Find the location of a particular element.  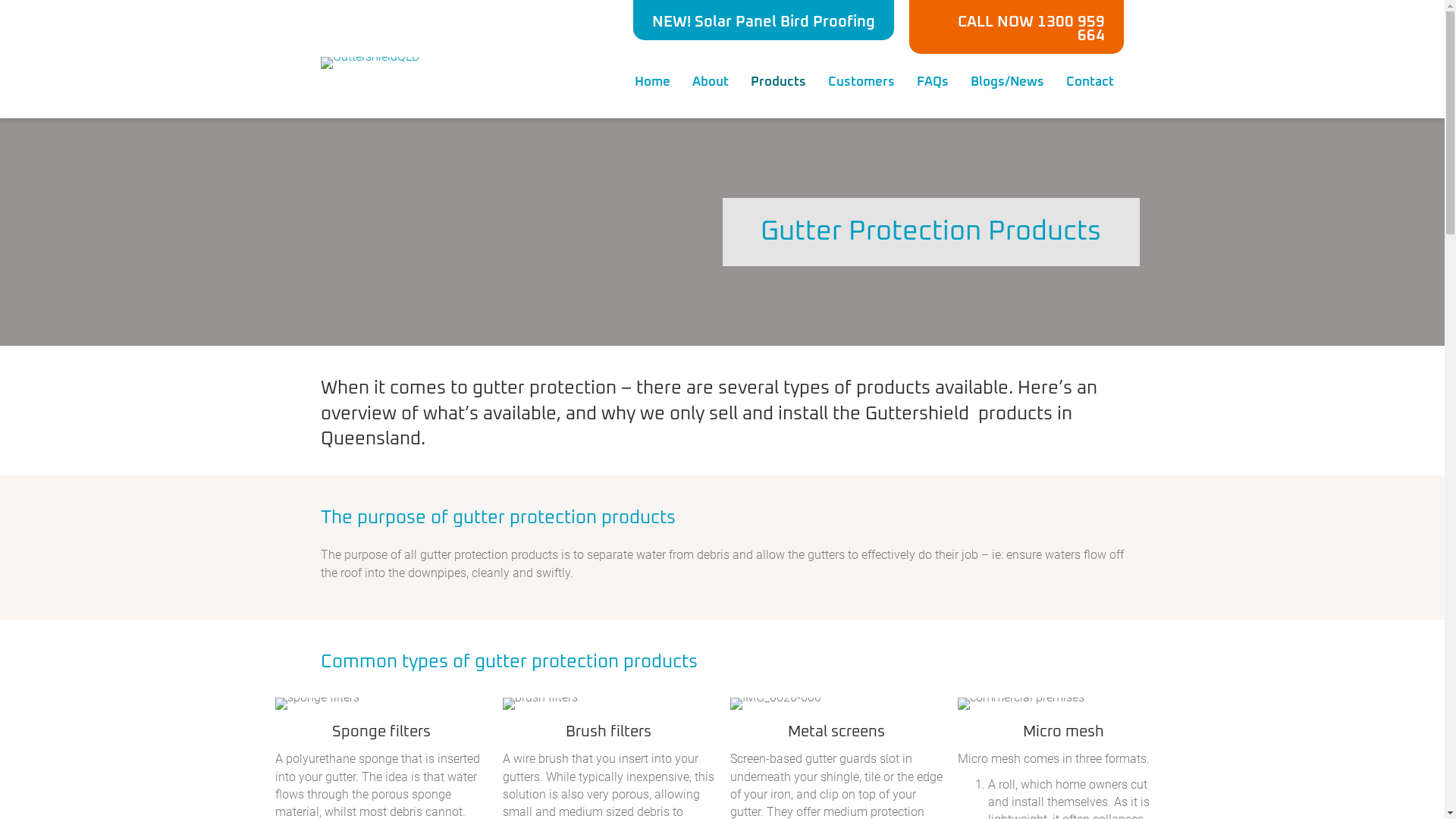

'CALL NOW 1300 959 664' is located at coordinates (1016, 27).